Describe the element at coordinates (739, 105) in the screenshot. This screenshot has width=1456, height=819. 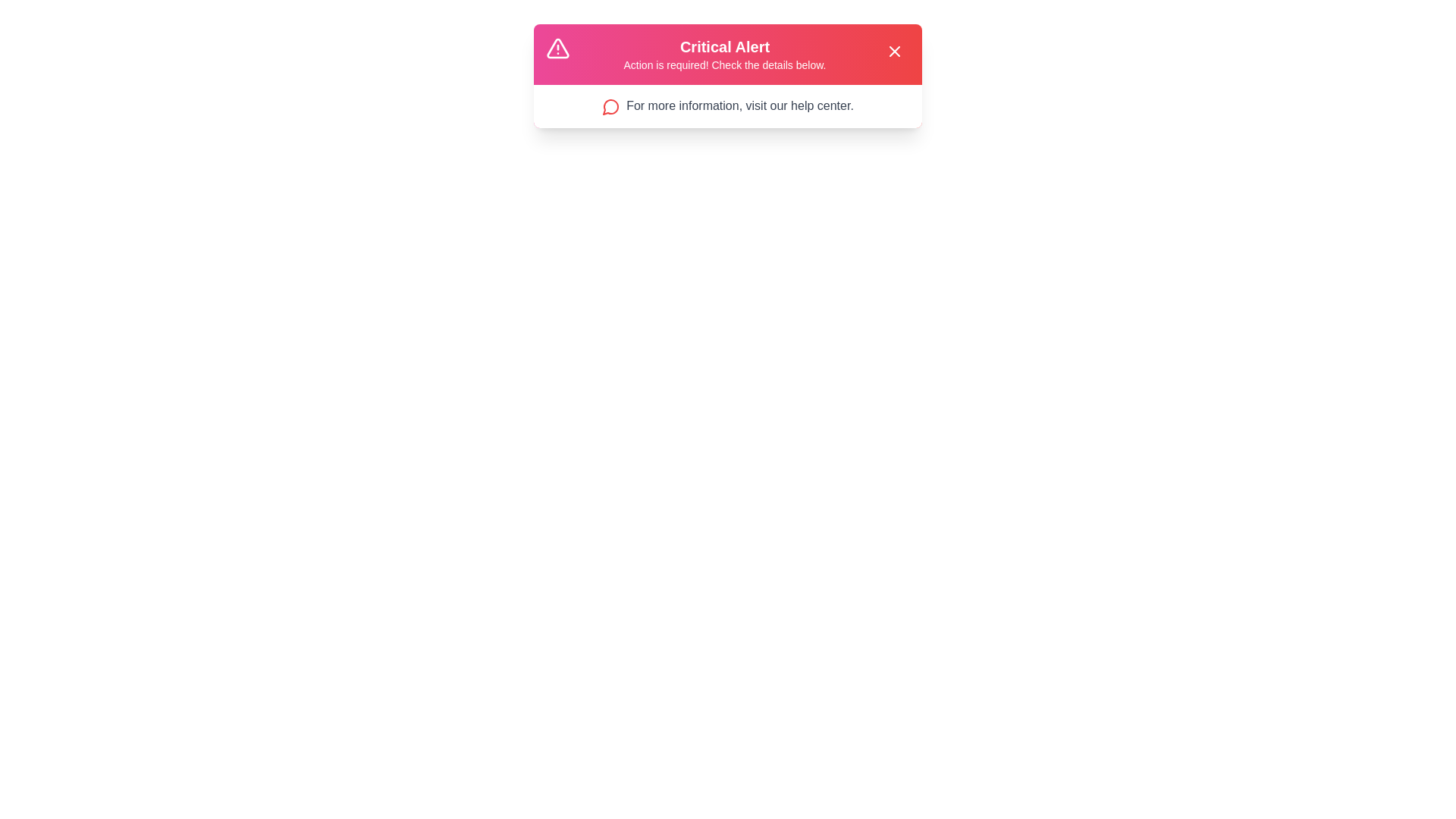
I see `the link 'For more information, visit our help center.' in the alert` at that location.